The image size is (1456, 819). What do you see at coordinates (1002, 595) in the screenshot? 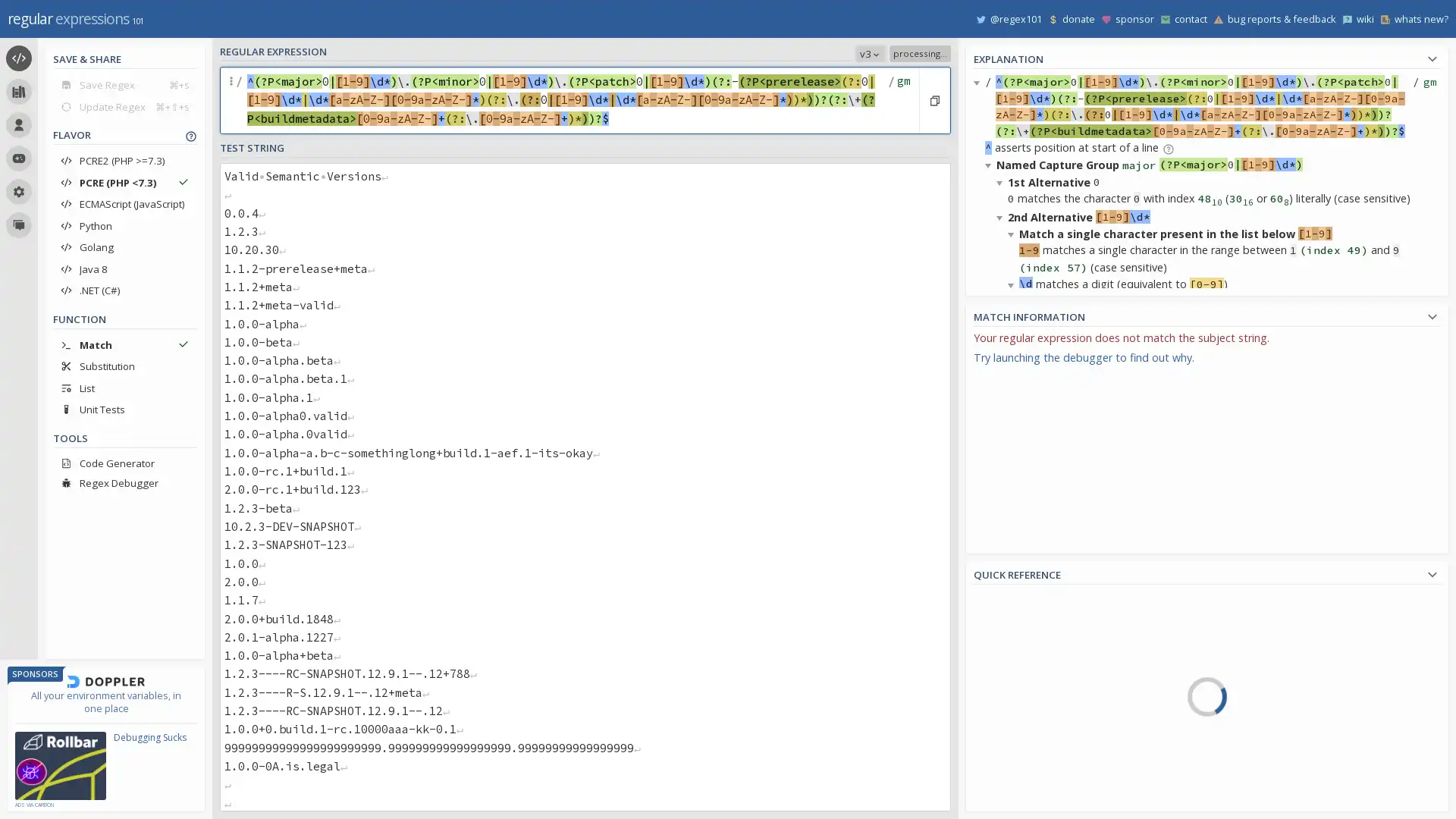
I see `Collapse Subtree` at bounding box center [1002, 595].